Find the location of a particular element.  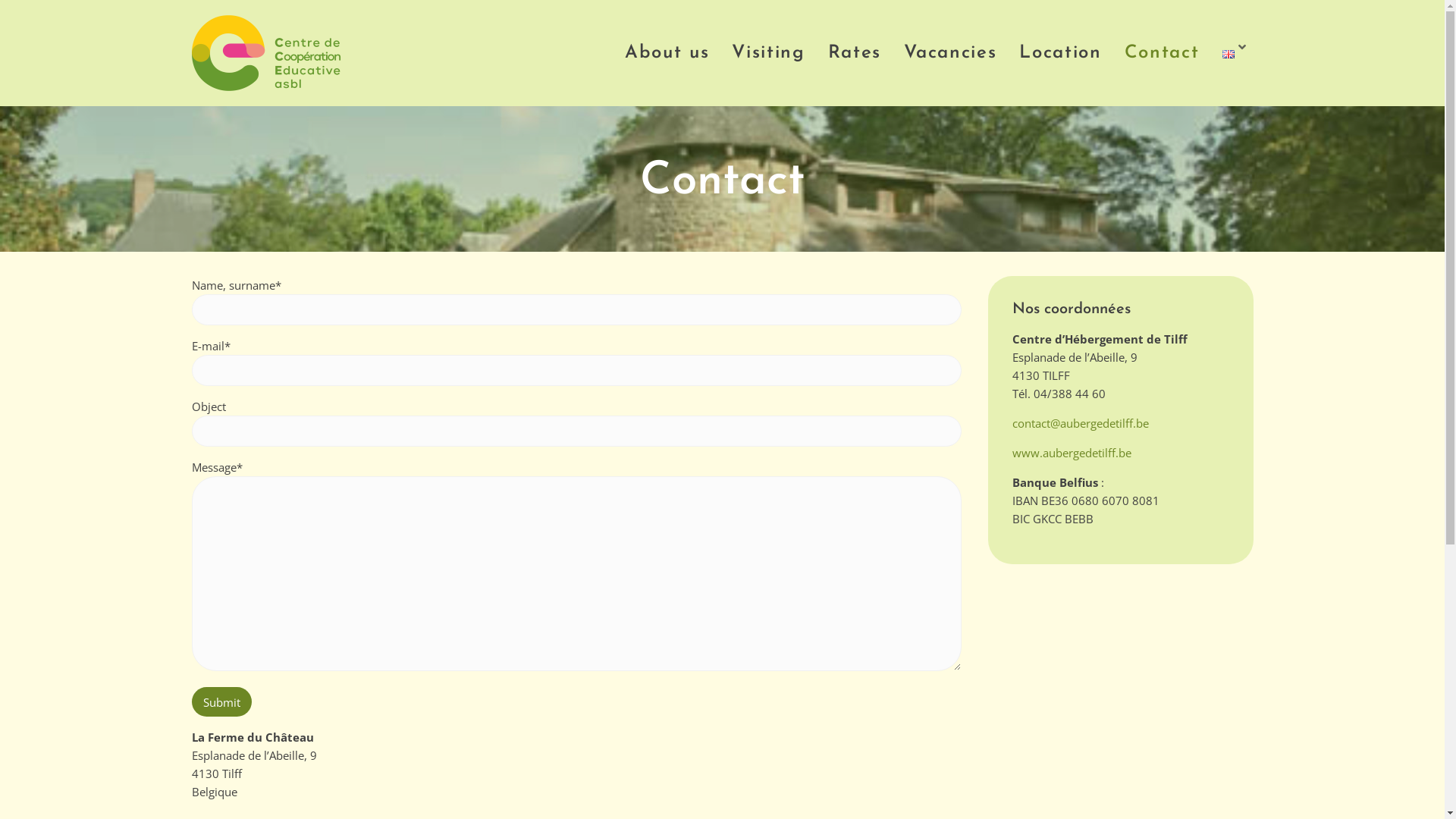

'About us' is located at coordinates (667, 52).